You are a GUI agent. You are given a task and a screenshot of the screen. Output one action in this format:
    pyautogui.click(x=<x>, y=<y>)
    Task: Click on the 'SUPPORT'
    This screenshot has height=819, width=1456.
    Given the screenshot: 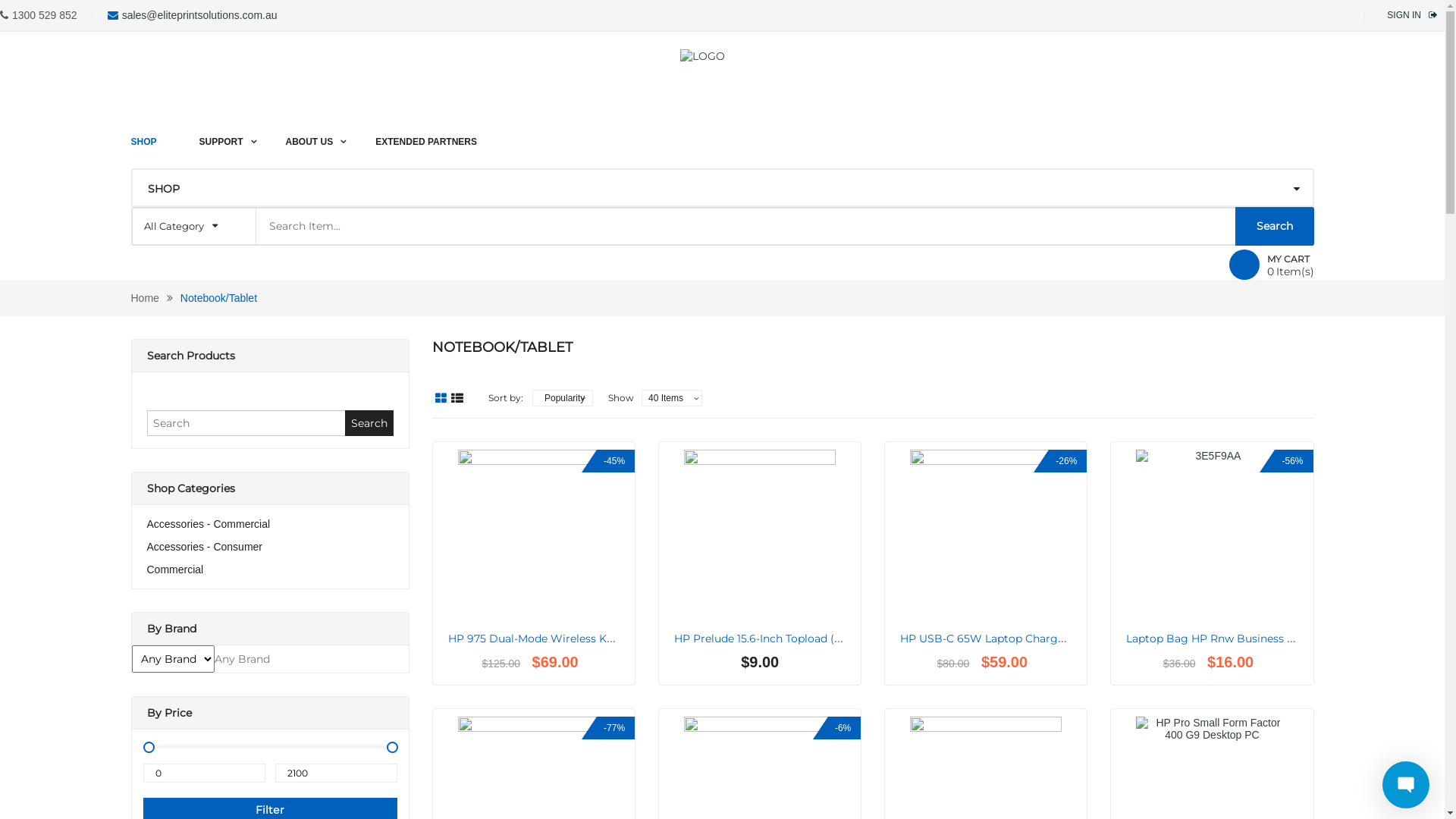 What is the action you would take?
    pyautogui.click(x=221, y=133)
    